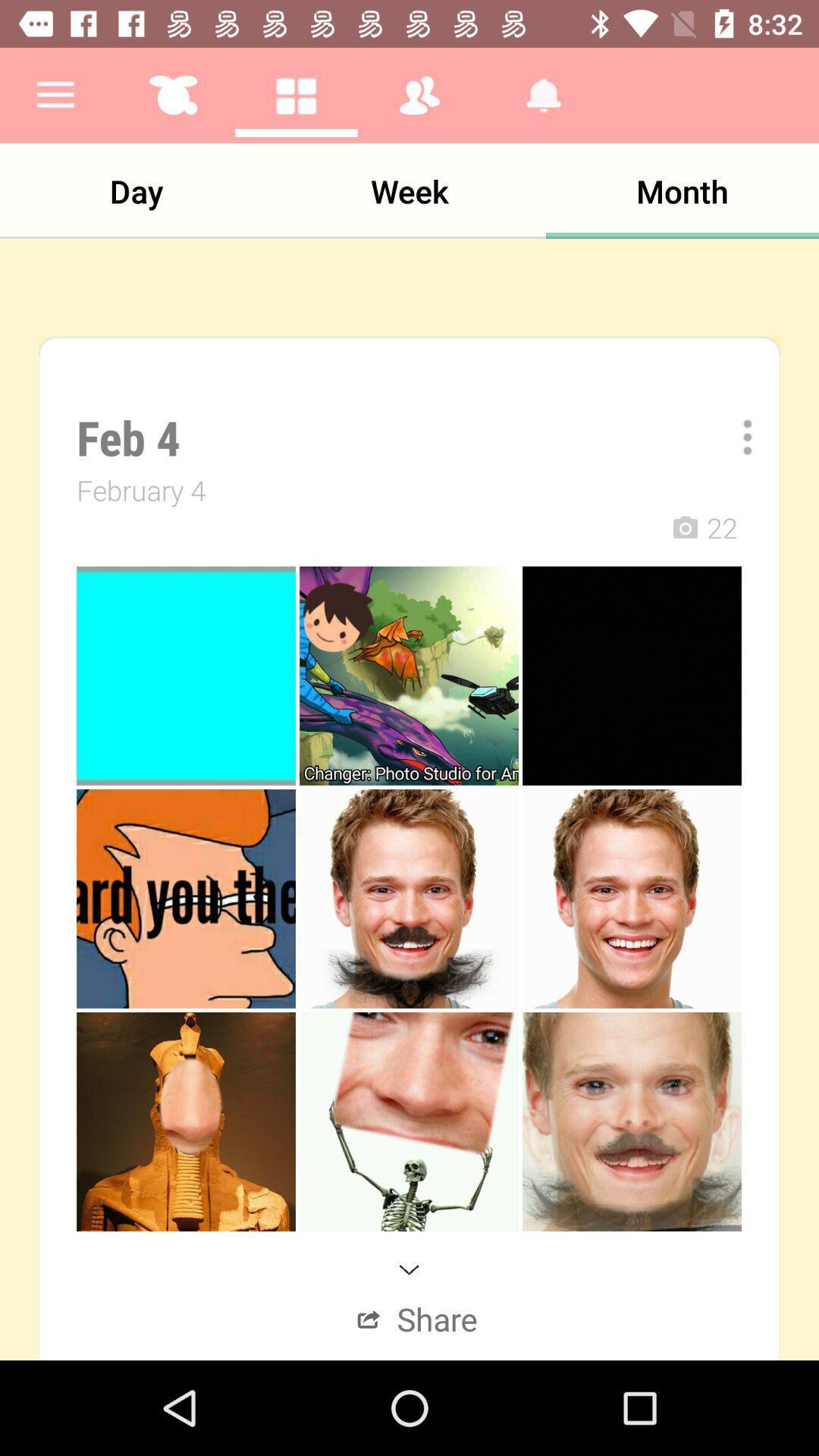 The height and width of the screenshot is (1456, 819). I want to click on the item to the right of the feb 4 icon, so click(736, 436).